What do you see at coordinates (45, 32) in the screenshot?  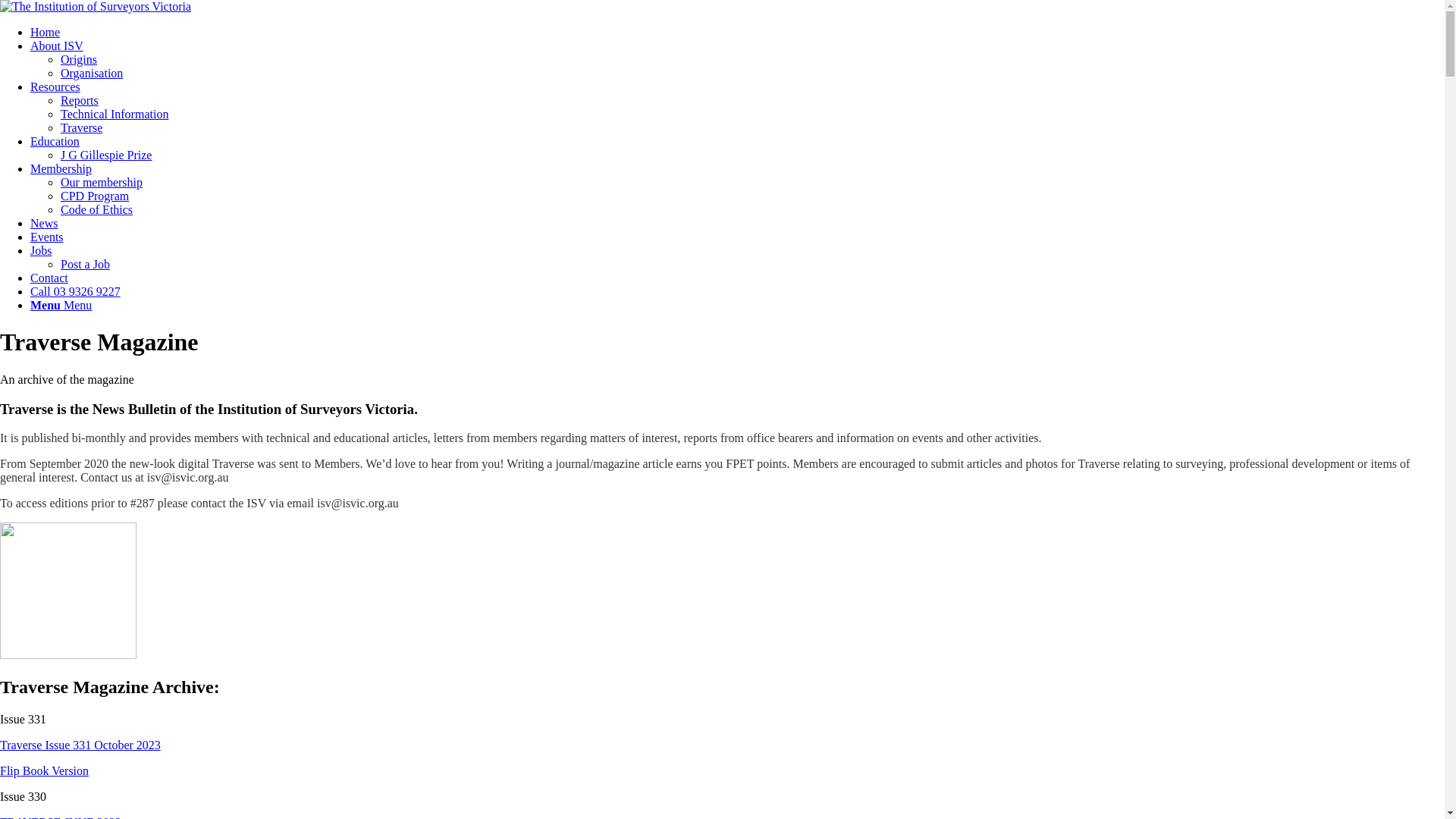 I see `'Home'` at bounding box center [45, 32].